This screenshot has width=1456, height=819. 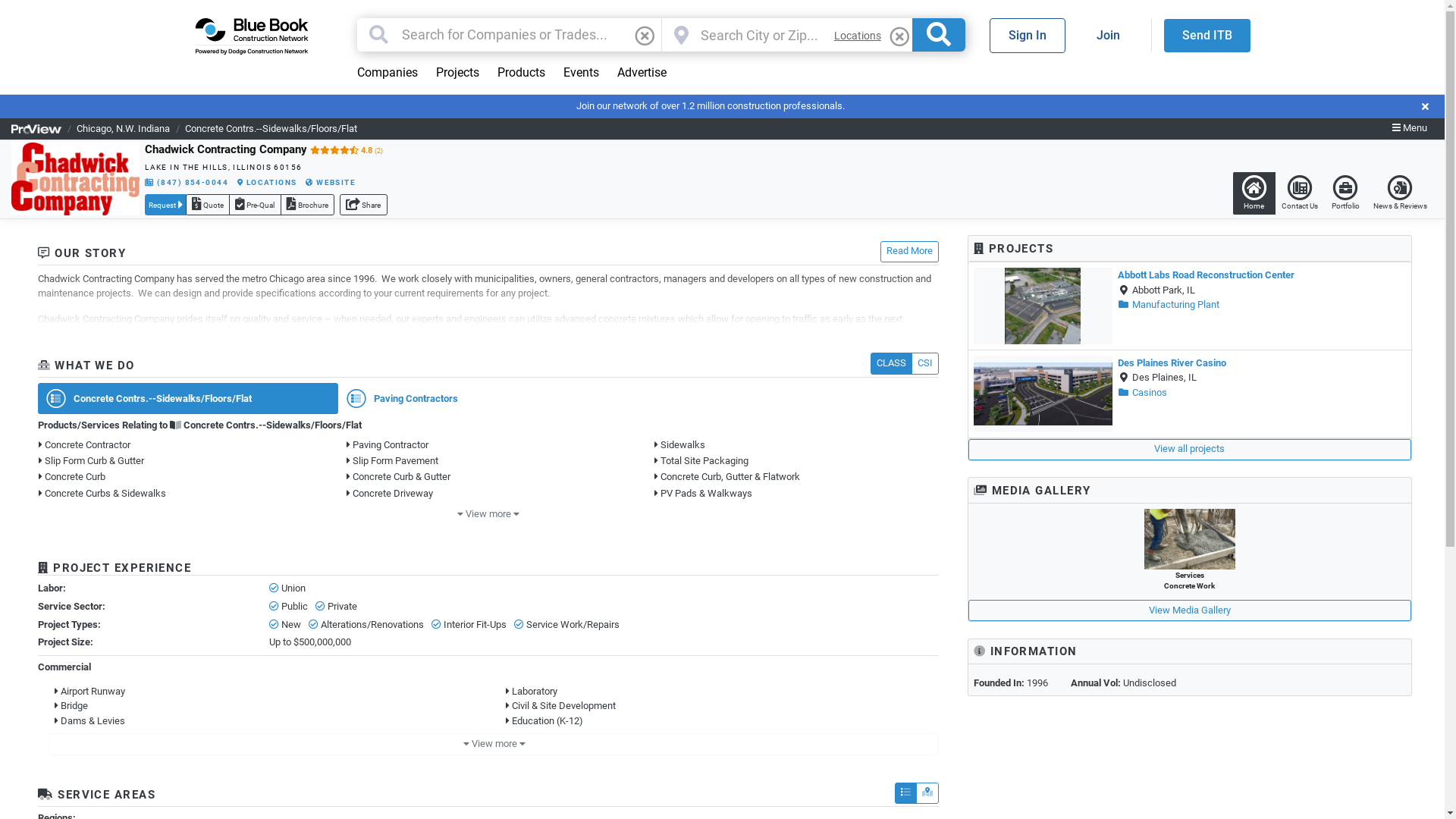 I want to click on 'Quote', so click(x=206, y=205).